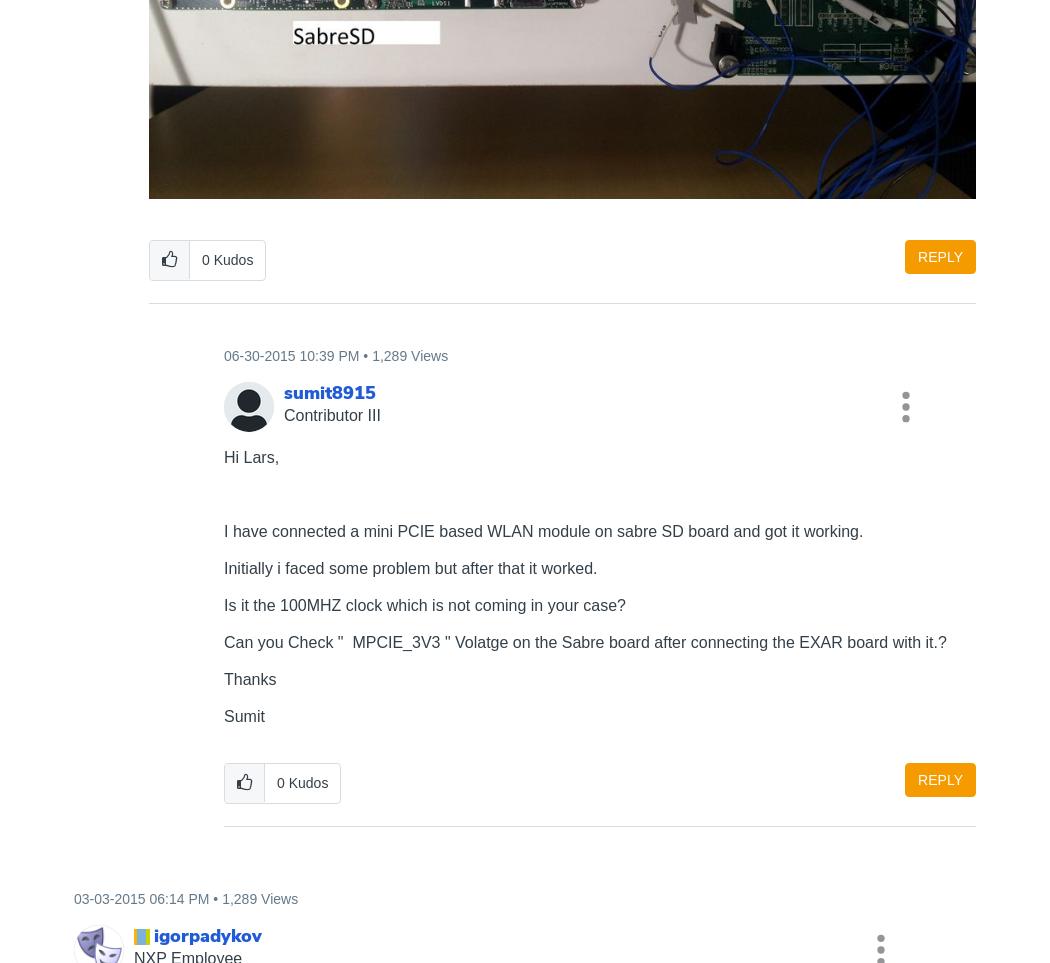  Describe the element at coordinates (147, 896) in the screenshot. I see `'06:14 PM'` at that location.